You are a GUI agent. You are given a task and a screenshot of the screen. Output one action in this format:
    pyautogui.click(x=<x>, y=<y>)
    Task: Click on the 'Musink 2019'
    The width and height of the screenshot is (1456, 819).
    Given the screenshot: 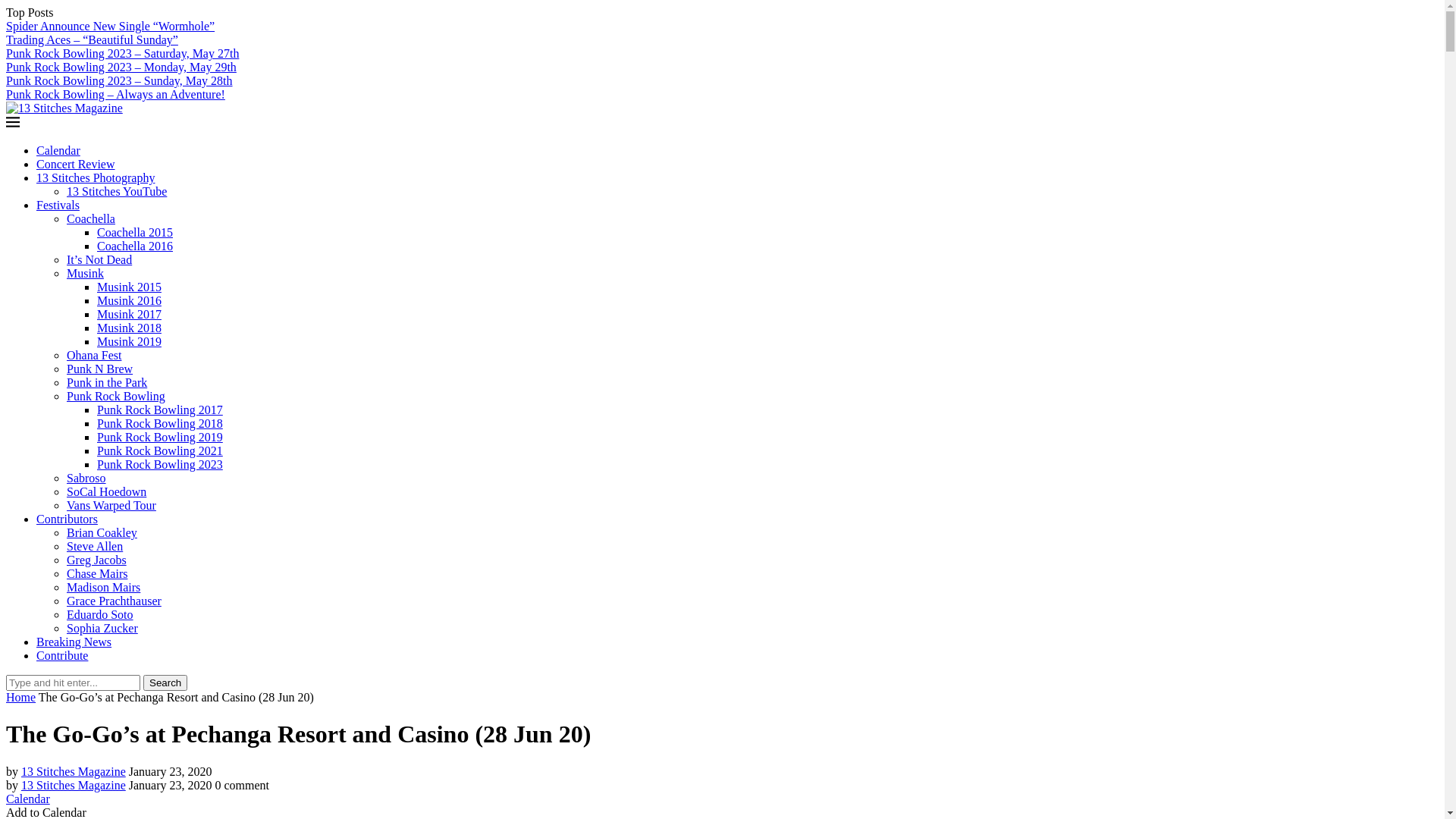 What is the action you would take?
    pyautogui.click(x=96, y=341)
    